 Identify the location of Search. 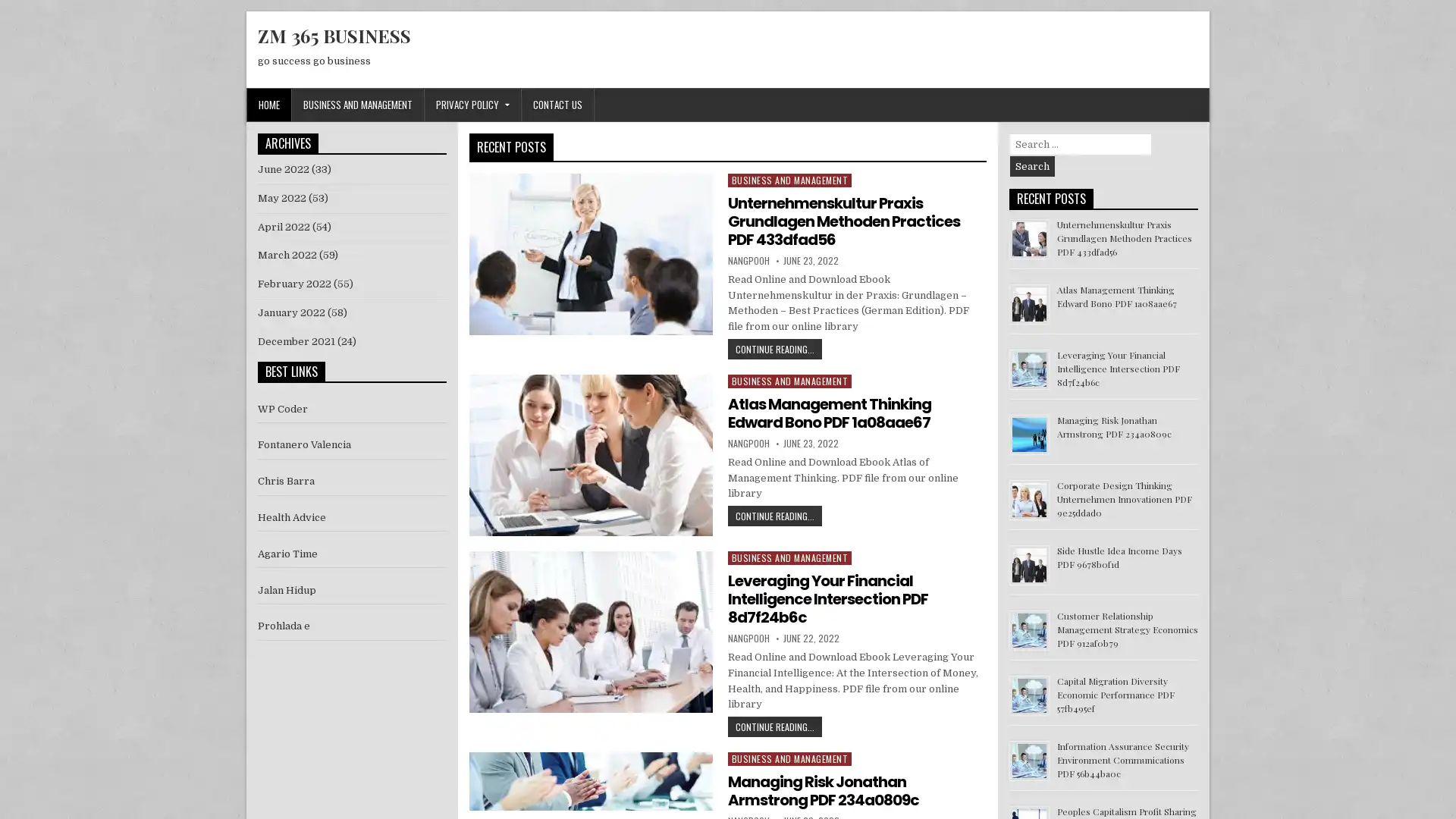
(1031, 166).